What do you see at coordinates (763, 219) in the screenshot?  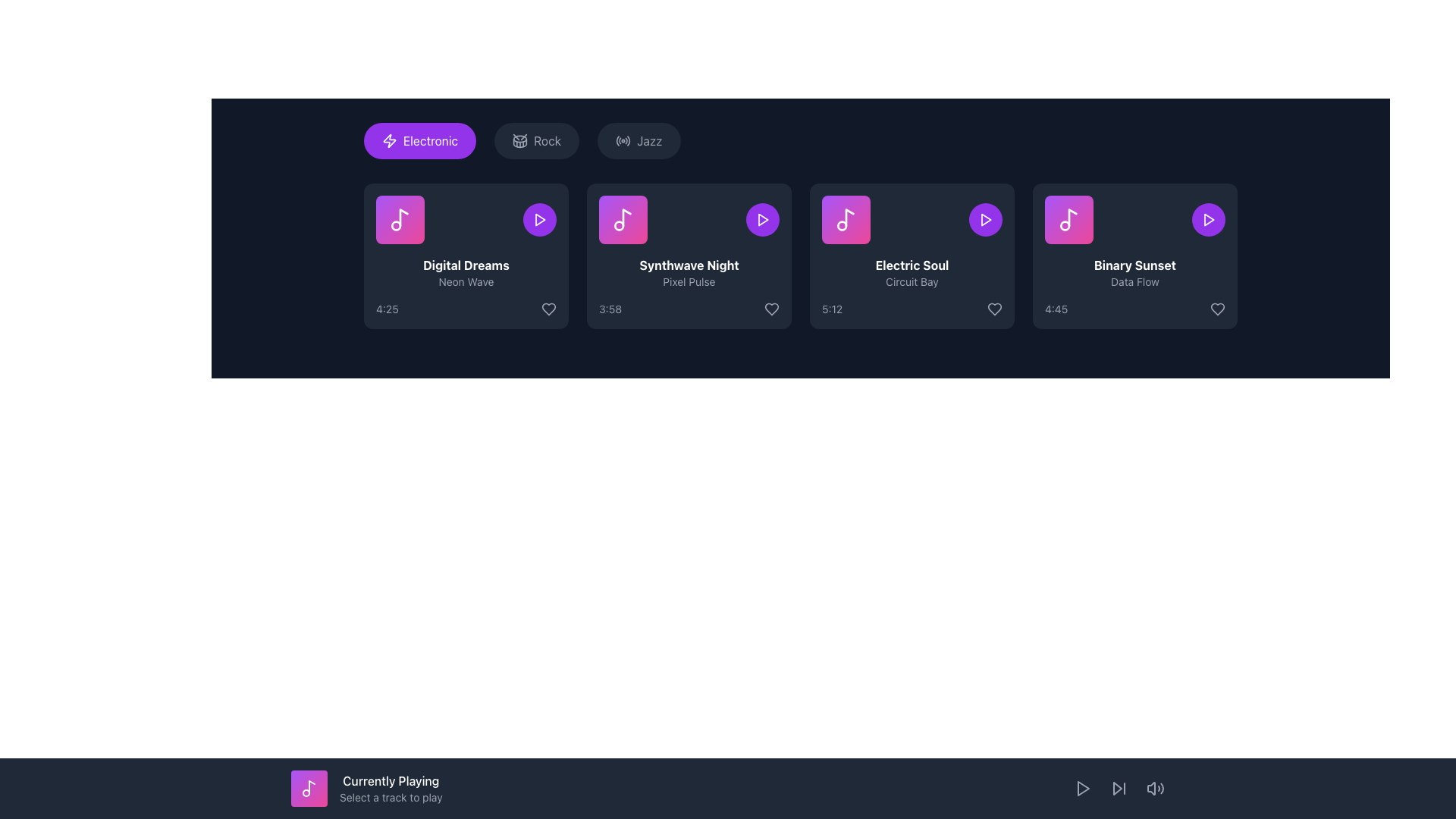 I see `the Play button icon on the 'Synthwave Night' music card, which is a triangular shape in purple color, for interaction feedback` at bounding box center [763, 219].